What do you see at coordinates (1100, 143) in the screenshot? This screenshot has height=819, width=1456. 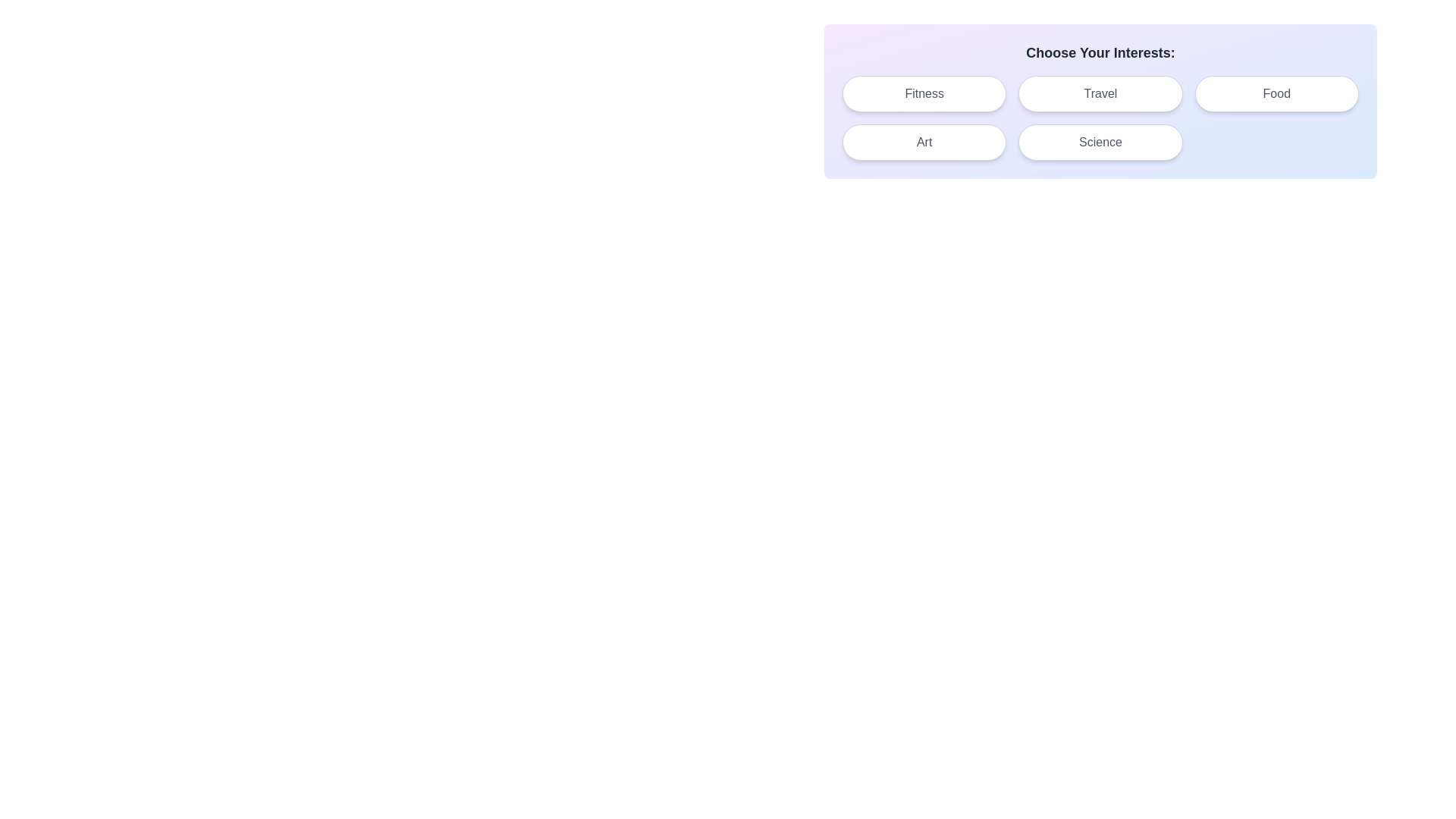 I see `the chip labeled Science to observe the hover effect` at bounding box center [1100, 143].